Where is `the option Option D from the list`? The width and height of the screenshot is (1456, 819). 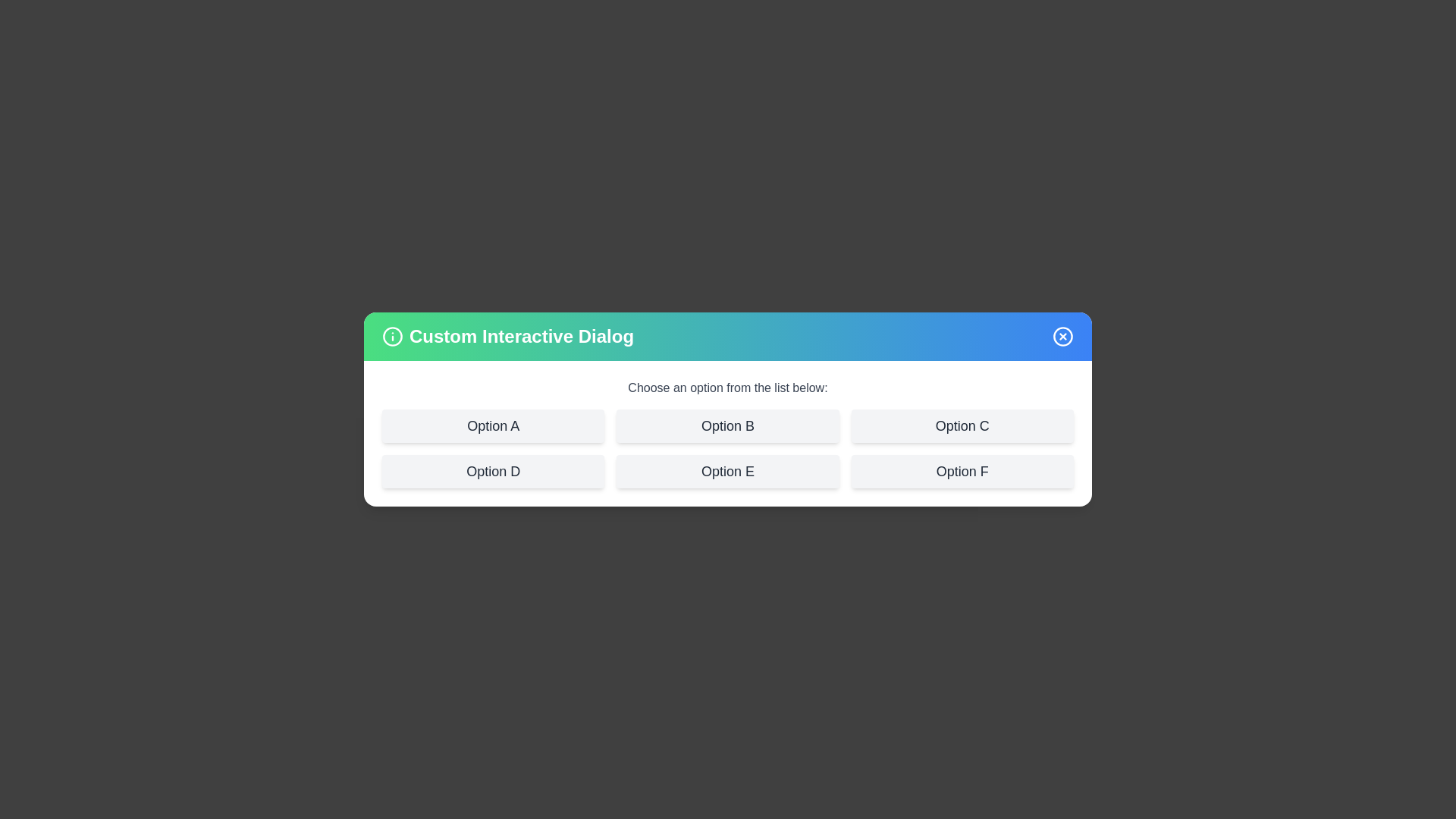 the option Option D from the list is located at coordinates (492, 470).